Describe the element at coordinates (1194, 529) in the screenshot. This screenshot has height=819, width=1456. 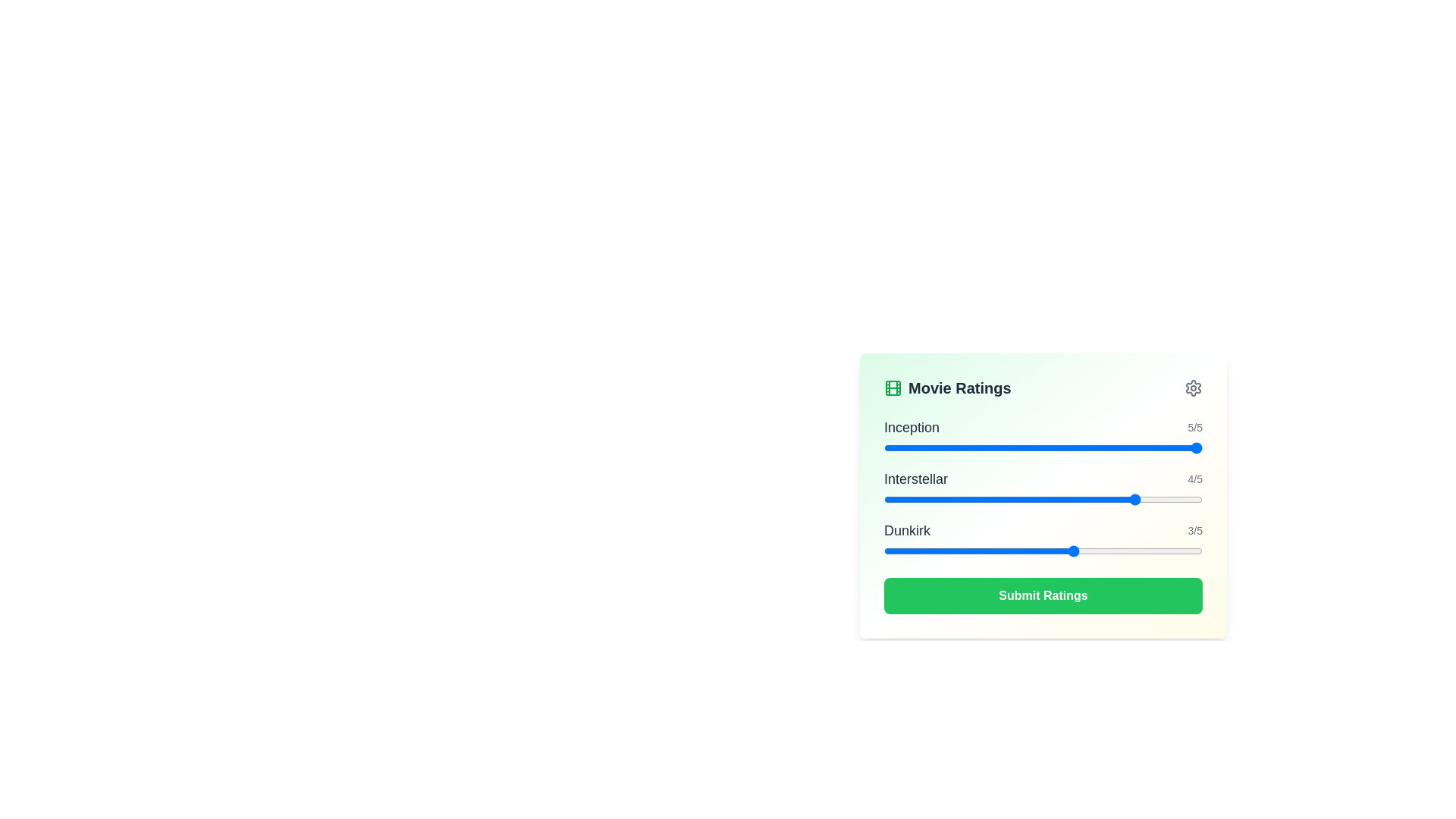
I see `the text label displaying the rating value for 'Dunkirk', located next to the progress bar in the rating section` at that location.